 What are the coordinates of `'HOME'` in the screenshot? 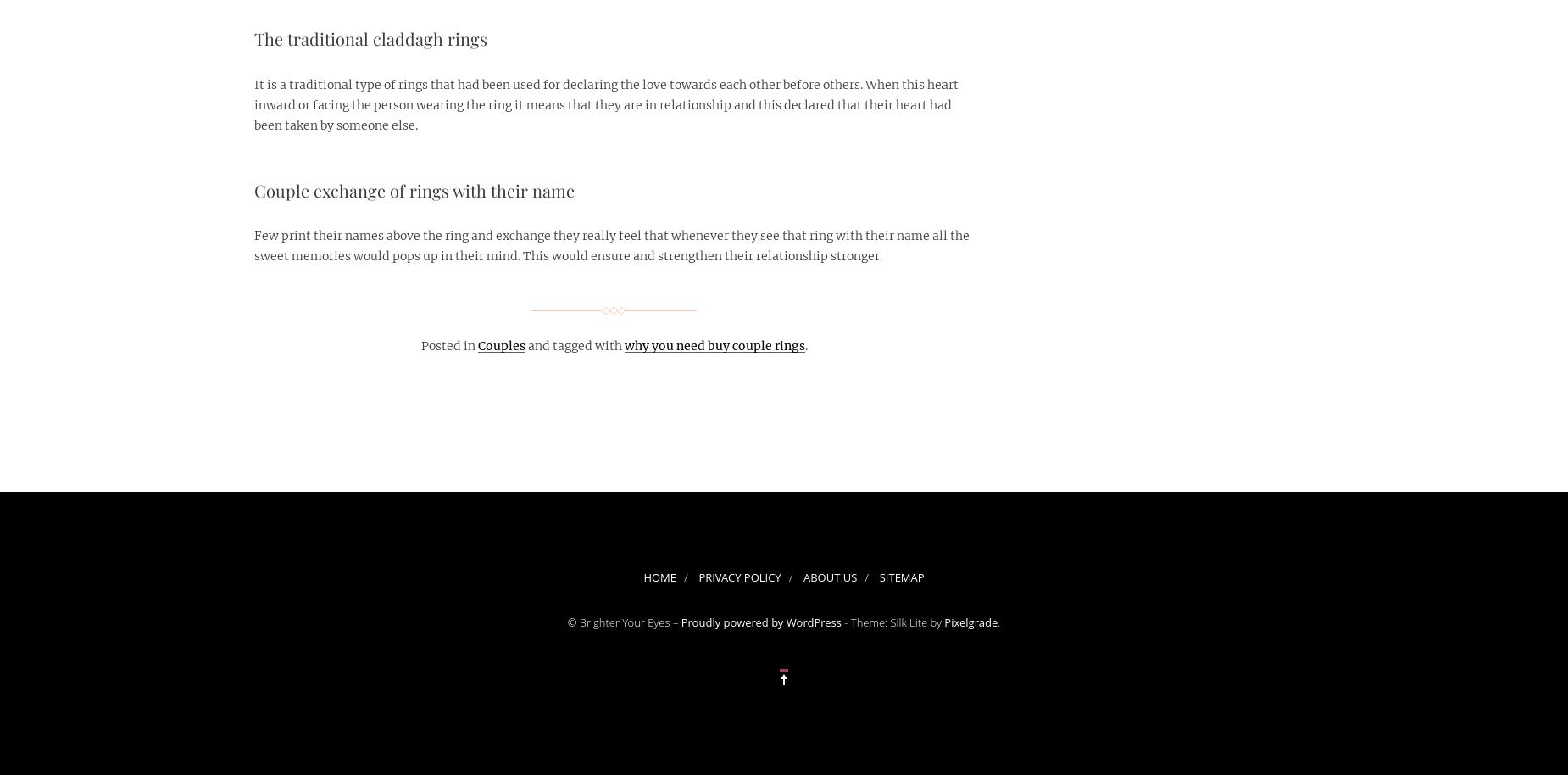 It's located at (643, 577).